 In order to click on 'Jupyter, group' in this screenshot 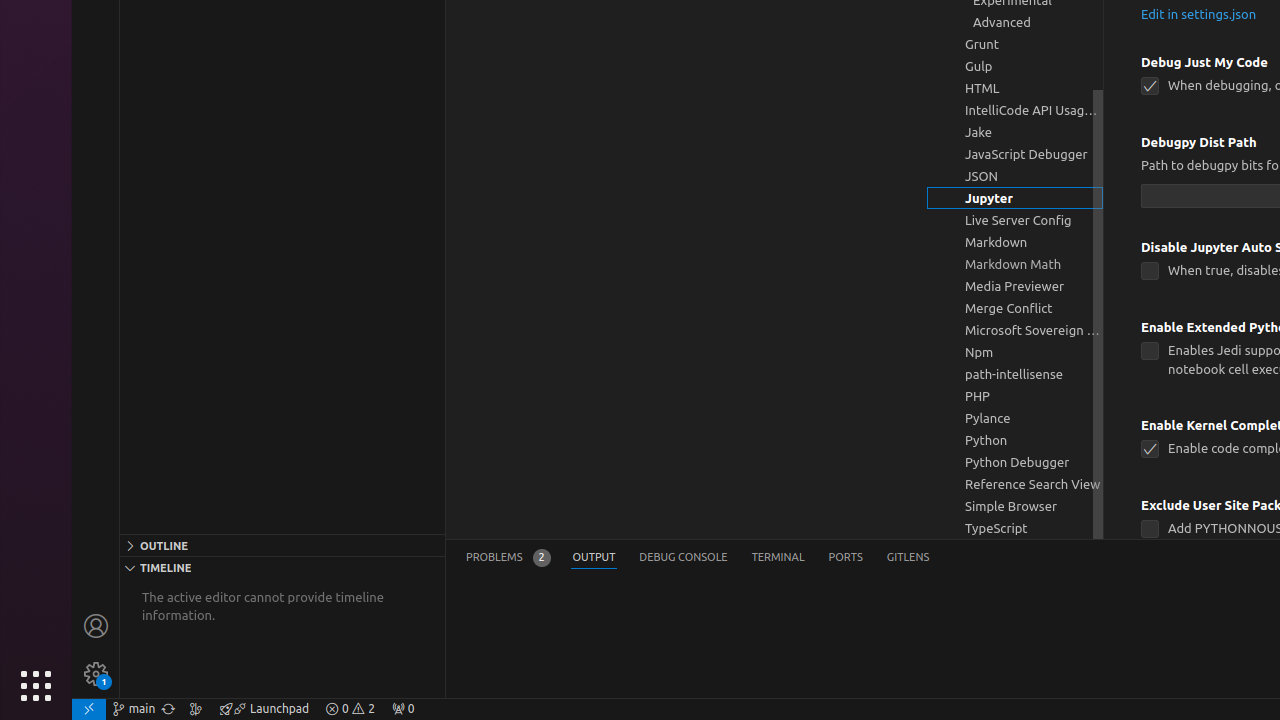, I will do `click(1015, 198)`.